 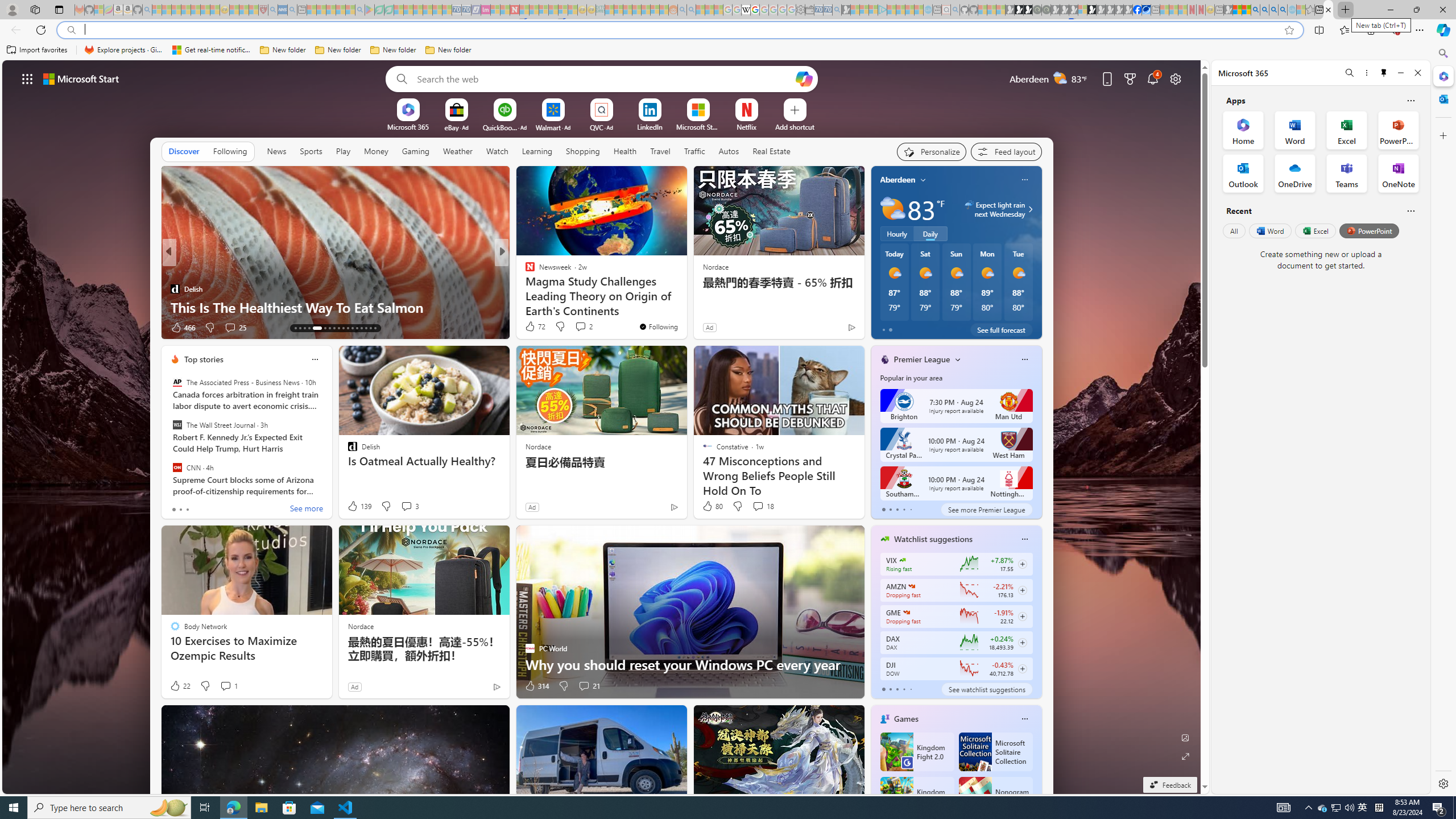 What do you see at coordinates (1368, 230) in the screenshot?
I see `'PowerPoint'` at bounding box center [1368, 230].